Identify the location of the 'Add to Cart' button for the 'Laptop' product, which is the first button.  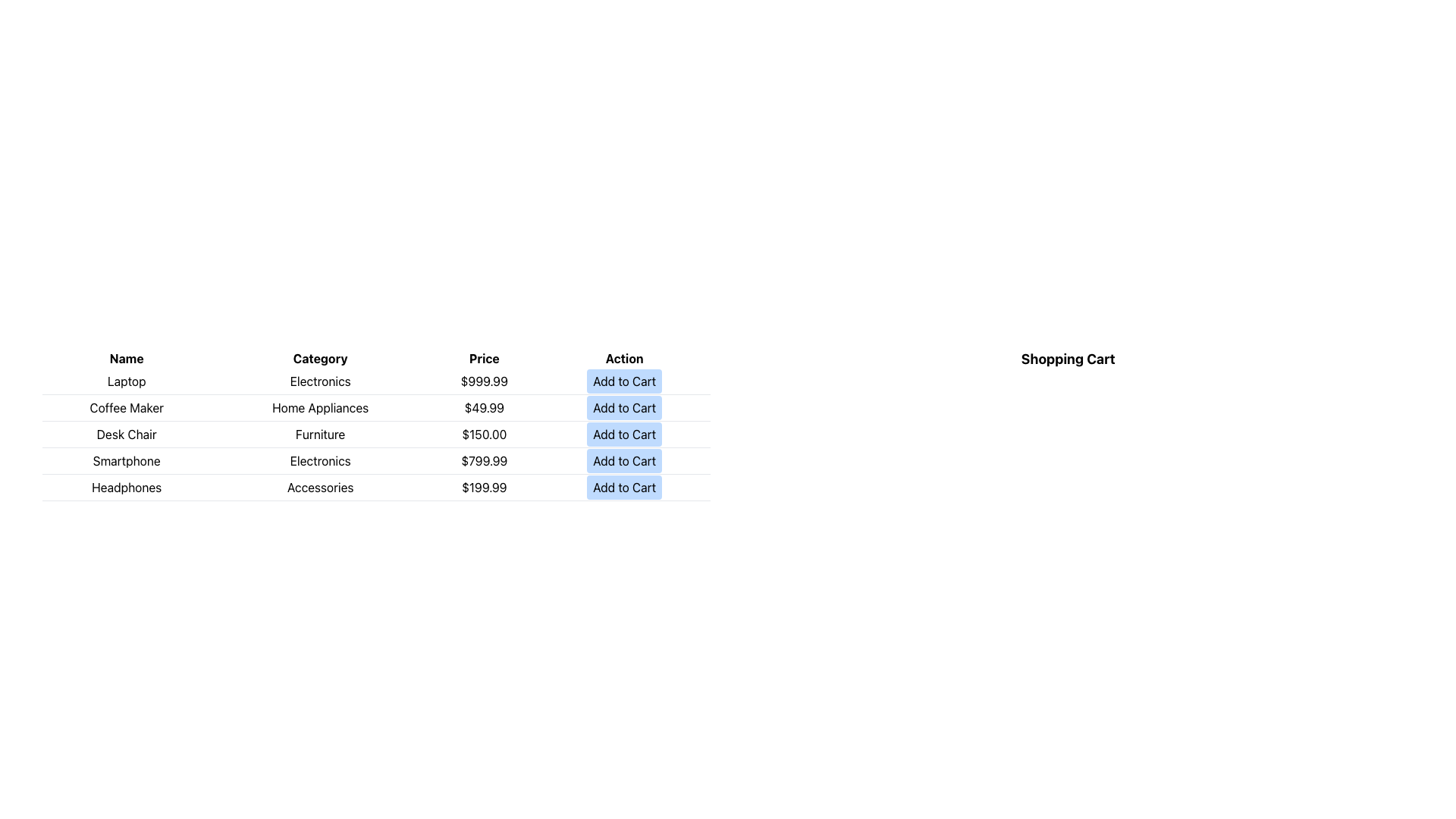
(624, 380).